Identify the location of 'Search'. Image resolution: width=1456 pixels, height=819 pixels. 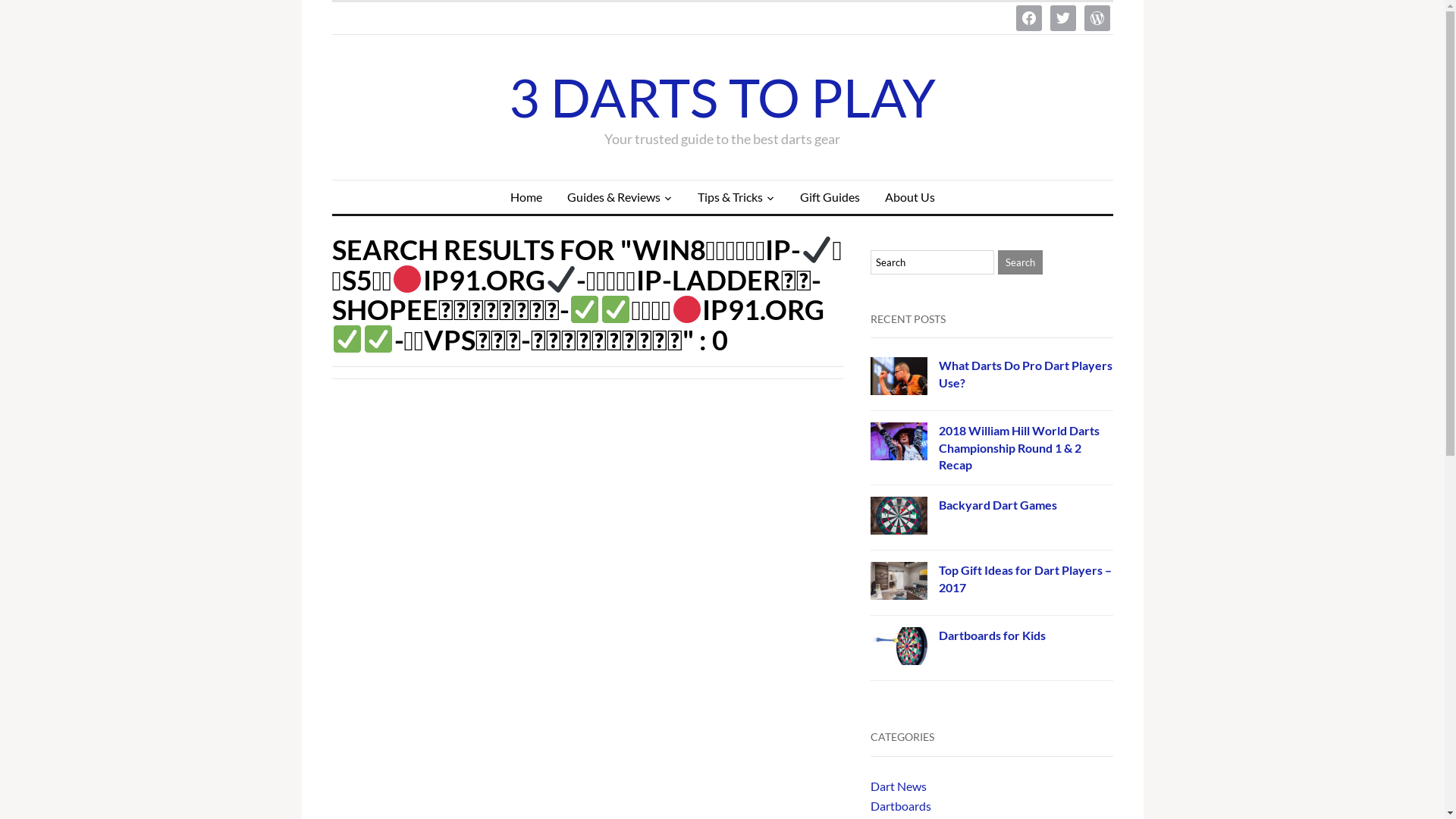
(1020, 262).